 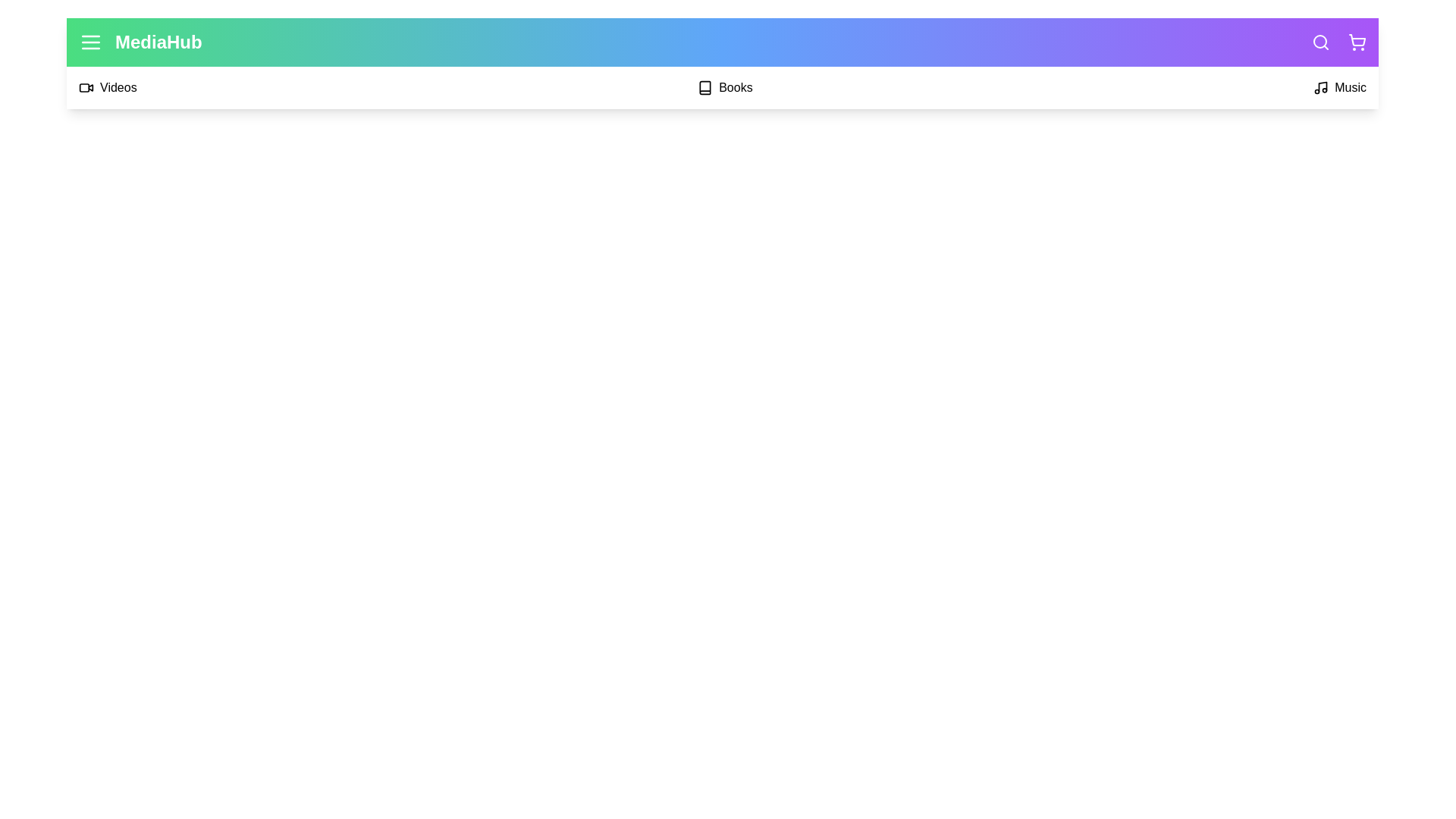 I want to click on the Books menu item to toggle the dropdown options, so click(x=723, y=87).